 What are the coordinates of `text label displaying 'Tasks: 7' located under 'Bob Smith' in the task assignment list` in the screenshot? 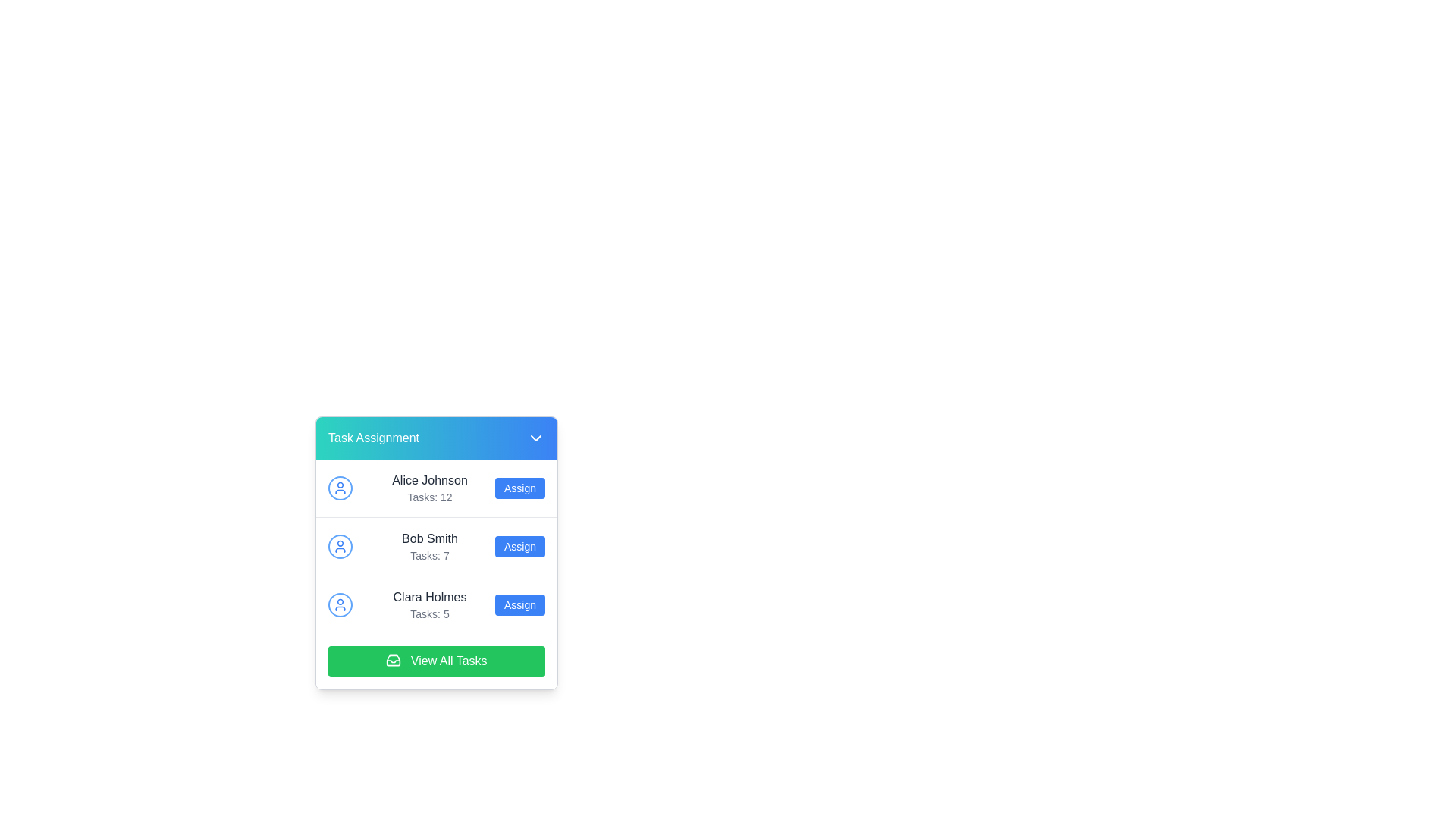 It's located at (428, 555).